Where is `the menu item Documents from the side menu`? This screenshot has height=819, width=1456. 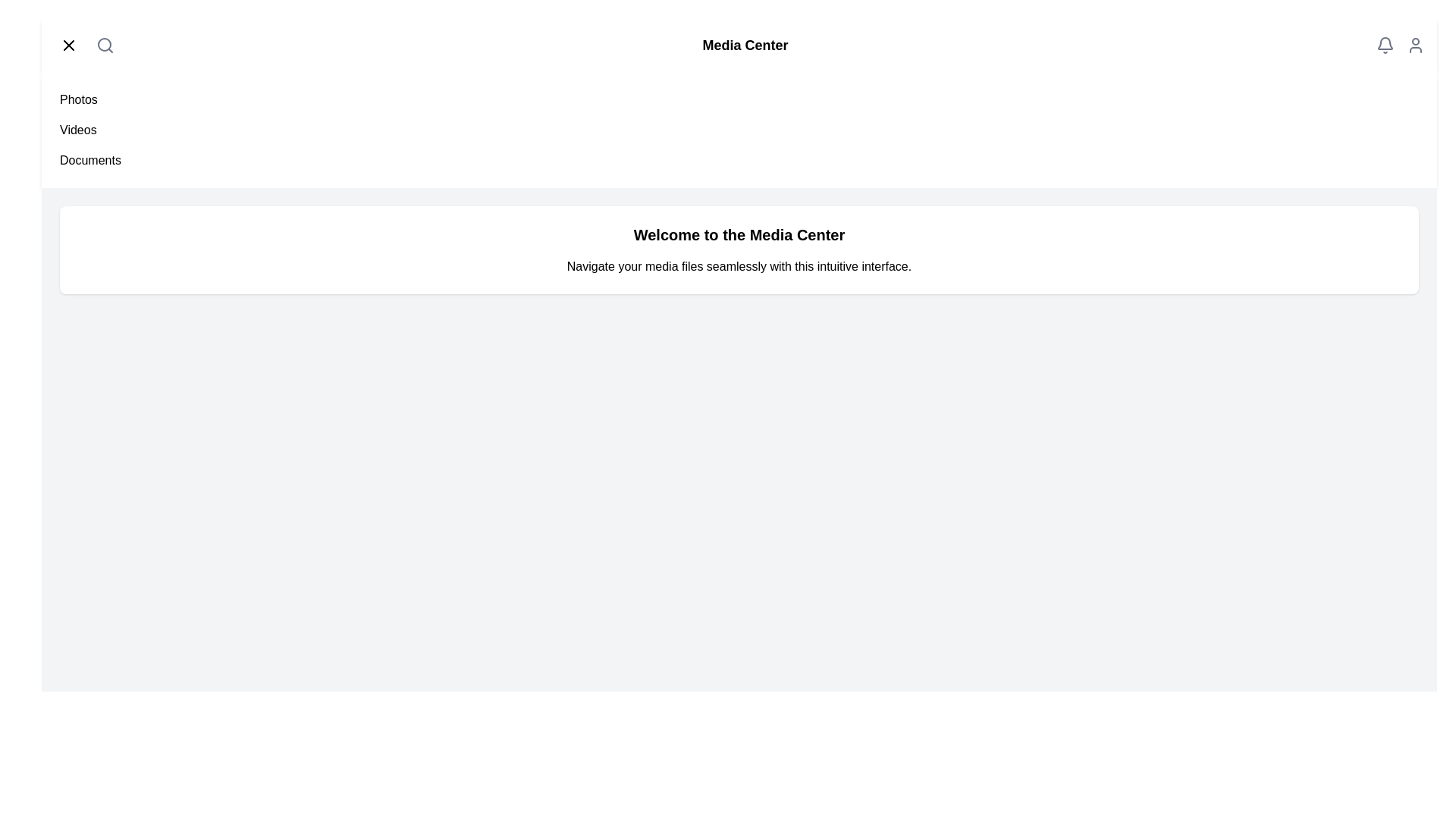 the menu item Documents from the side menu is located at coordinates (89, 161).